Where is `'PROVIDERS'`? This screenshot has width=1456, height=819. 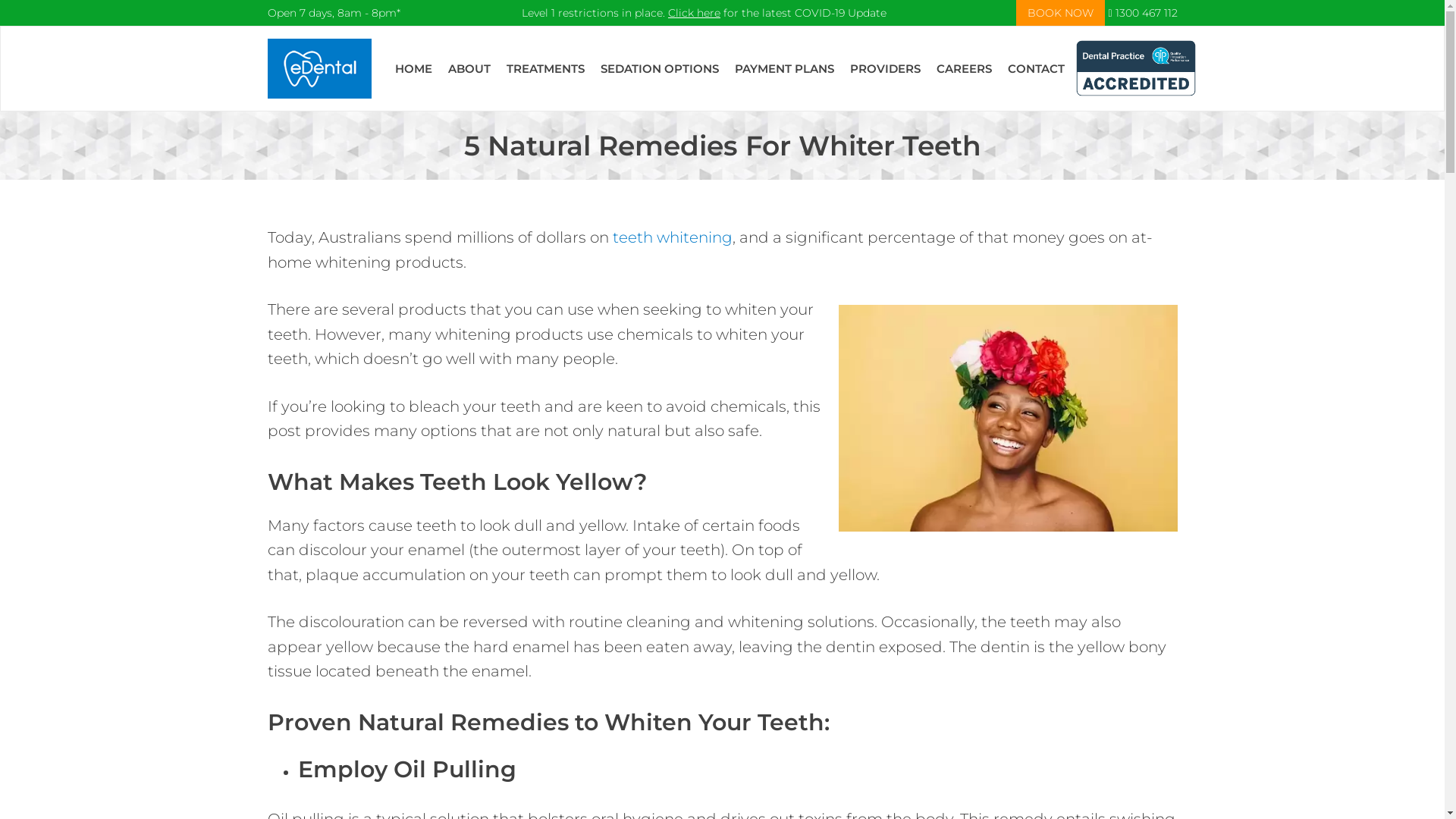 'PROVIDERS' is located at coordinates (885, 68).